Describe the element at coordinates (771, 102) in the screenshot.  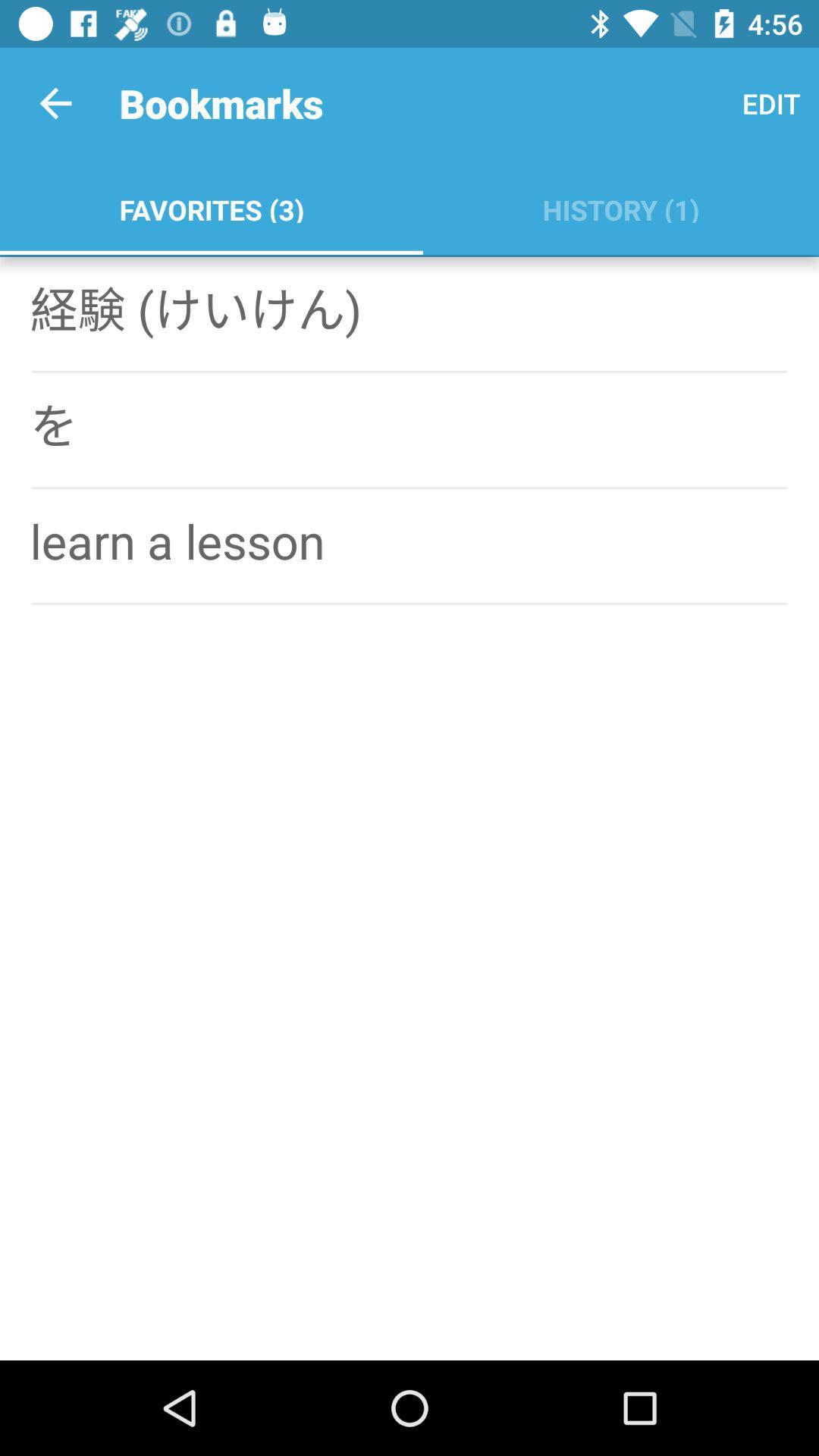
I see `the item next to the favorites (3) item` at that location.